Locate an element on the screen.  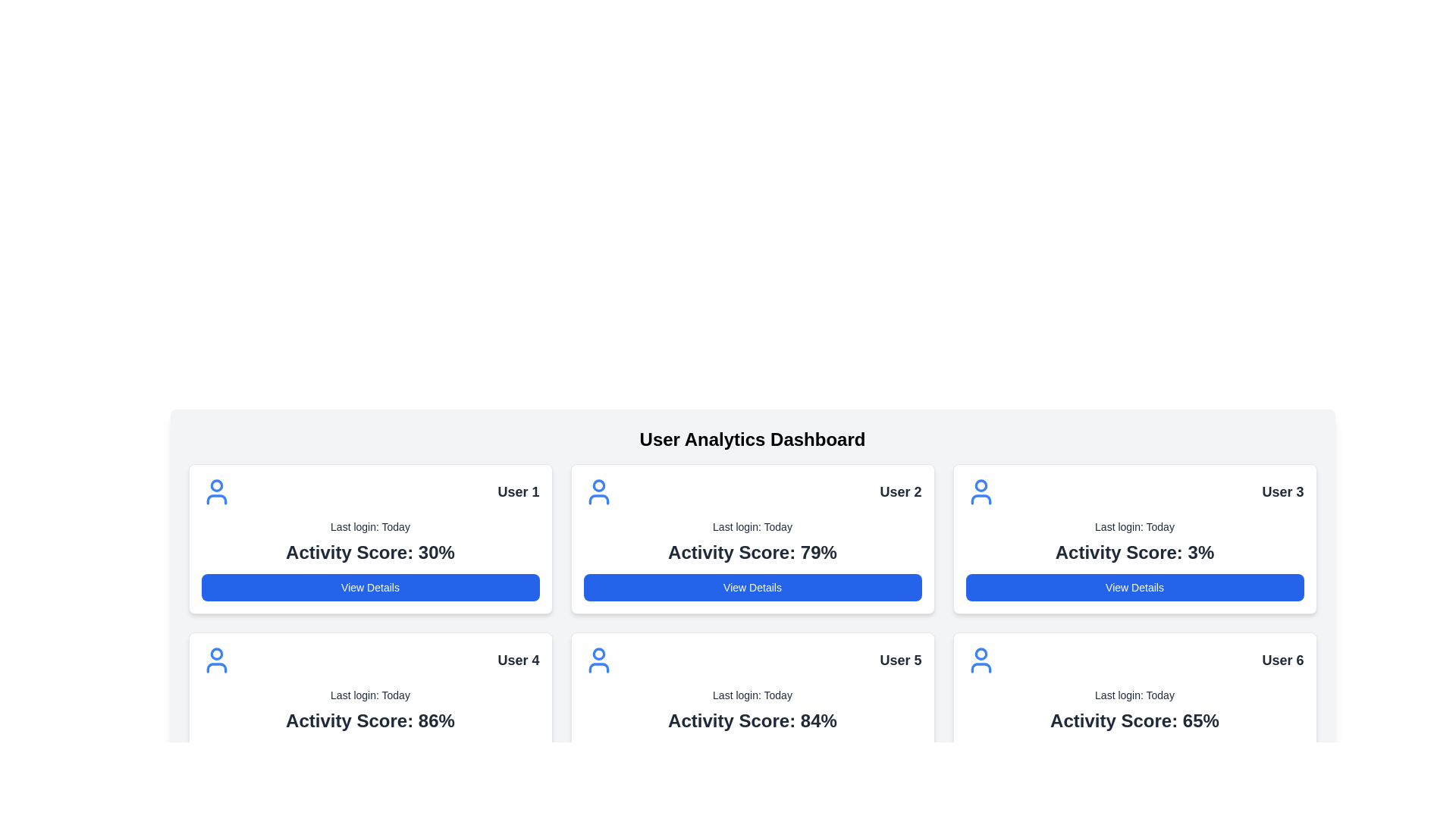
the static text label that displays the activity score for 'User 2', positioned centrally within the card, below 'Last login: Today' and above the 'View Details' button is located at coordinates (752, 553).